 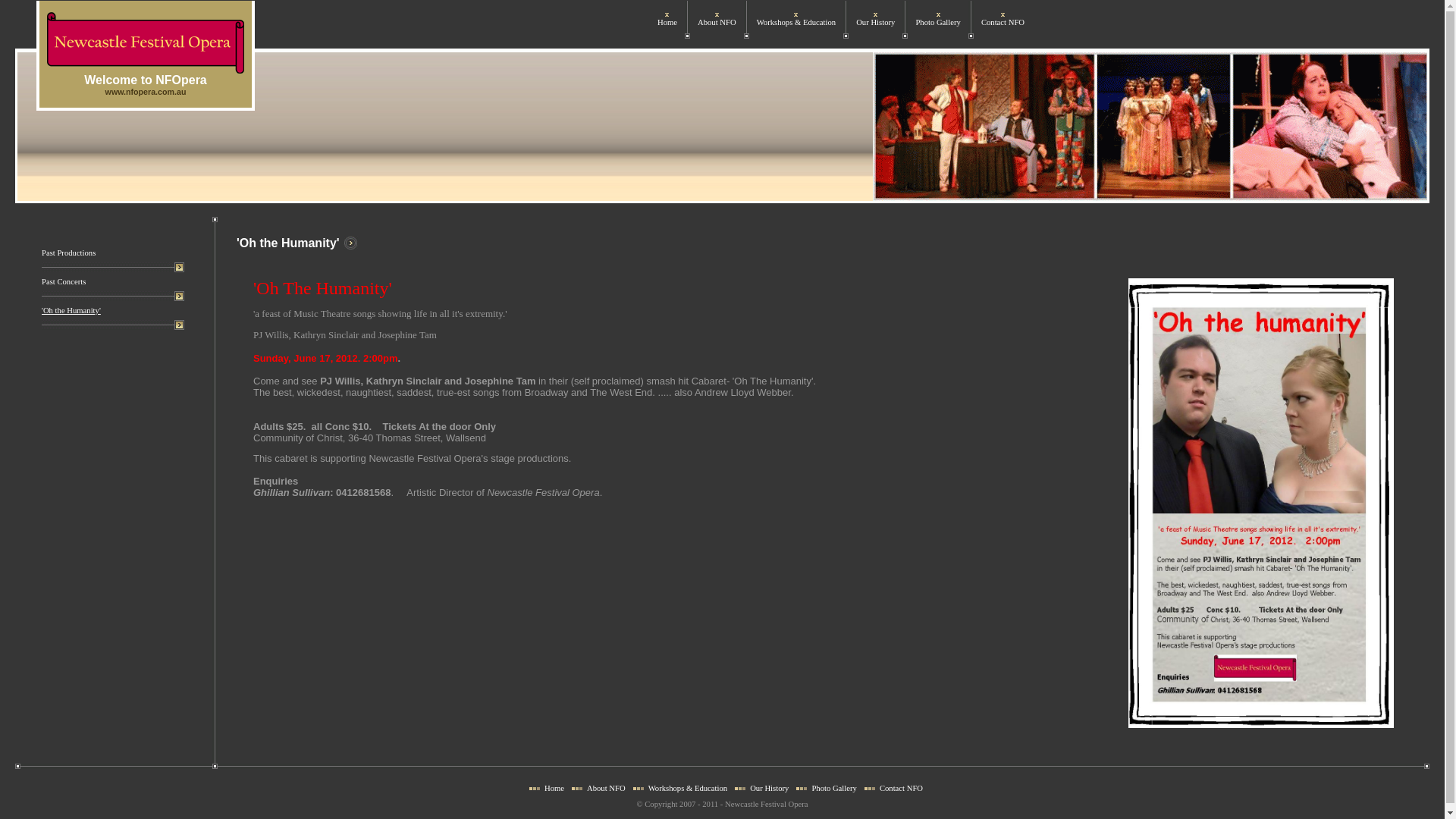 What do you see at coordinates (833, 787) in the screenshot?
I see `'Photo Gallery'` at bounding box center [833, 787].